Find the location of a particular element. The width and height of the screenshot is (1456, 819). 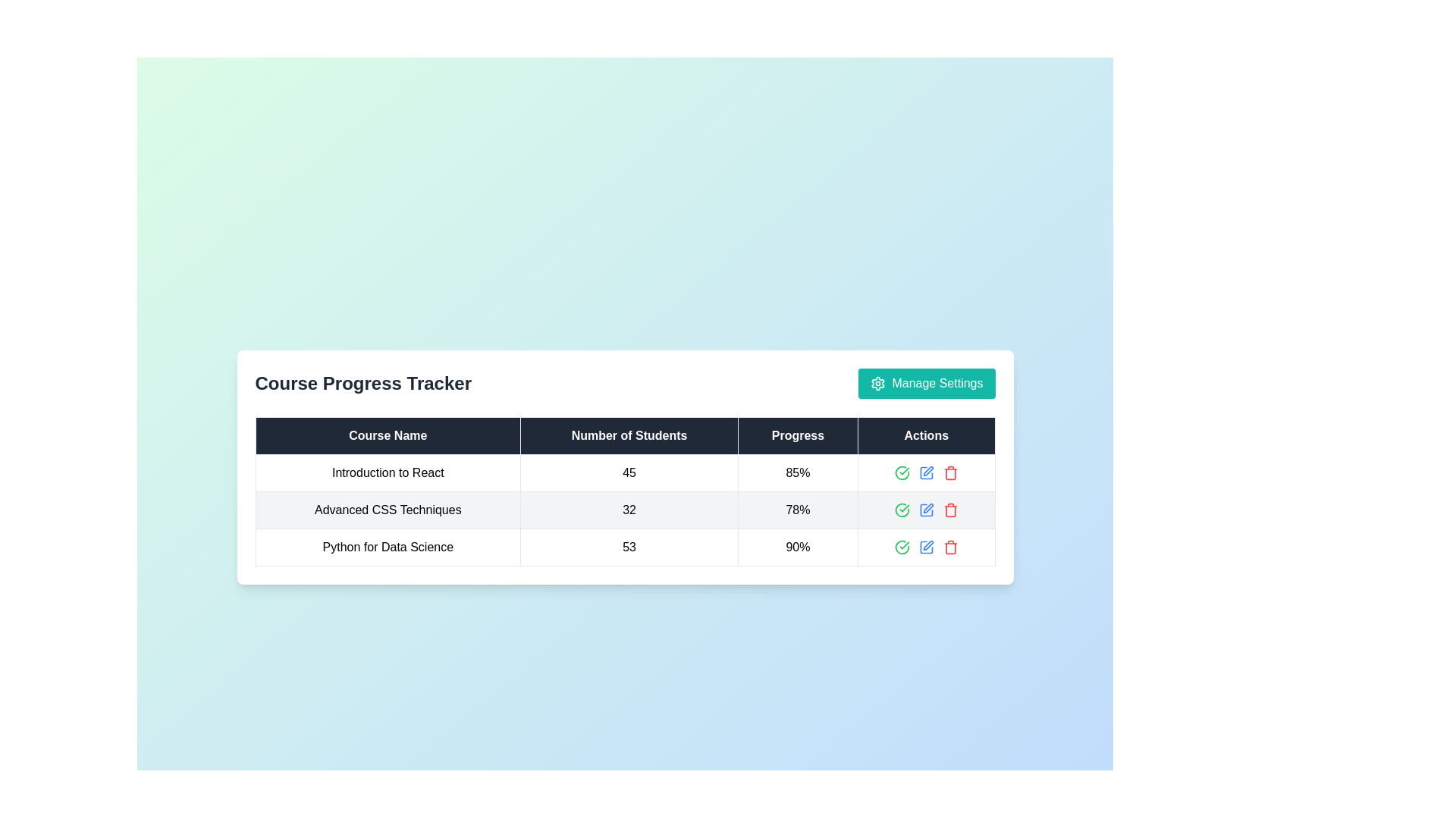

the blue outline icon resembling a pencil in the middle of the 'Actions' column of the third row of the table is located at coordinates (925, 472).